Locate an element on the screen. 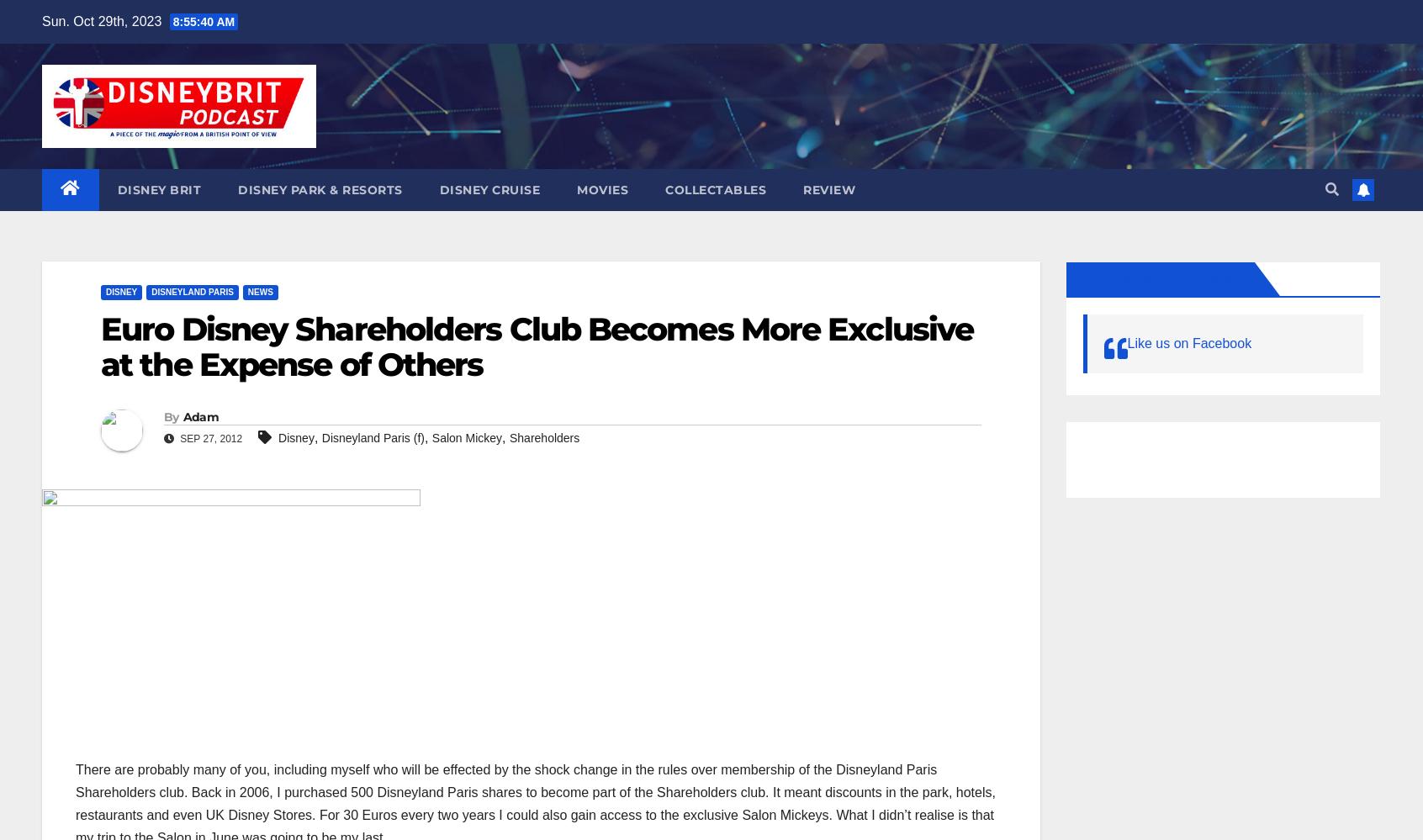 This screenshot has height=840, width=1423. 'Shareholders' is located at coordinates (544, 436).